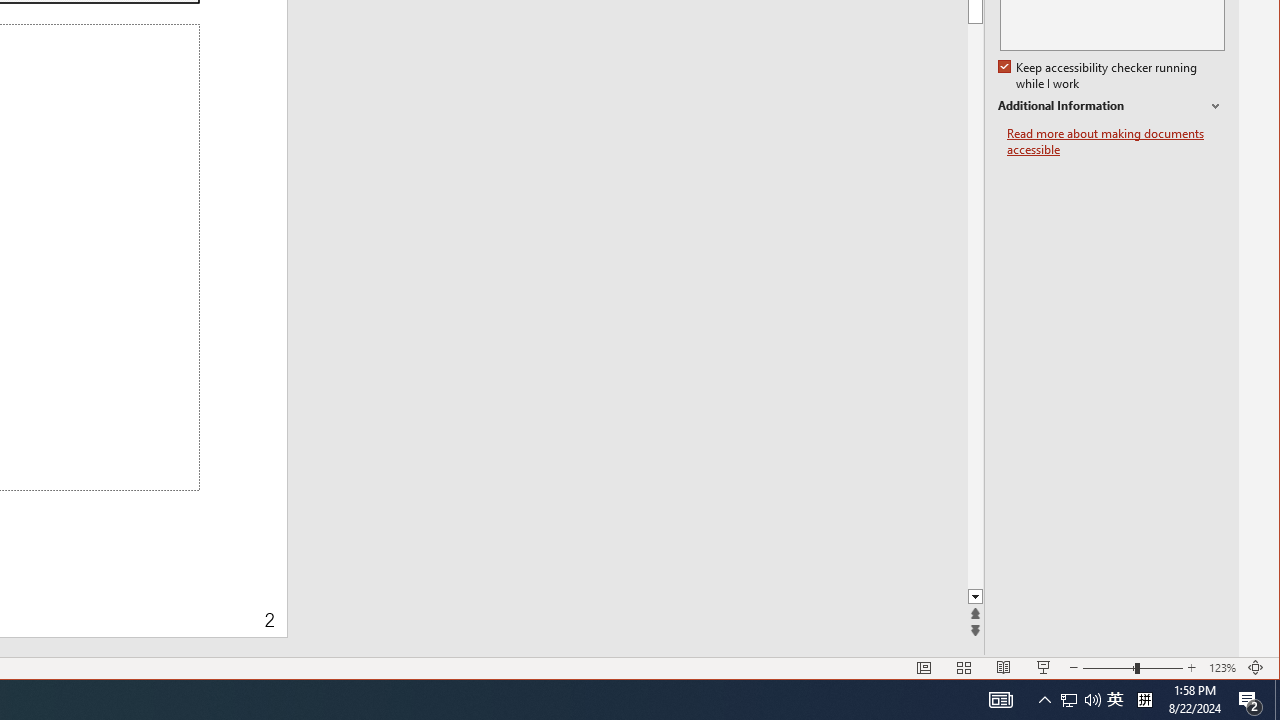  I want to click on 'Q2790: 100%', so click(1092, 698).